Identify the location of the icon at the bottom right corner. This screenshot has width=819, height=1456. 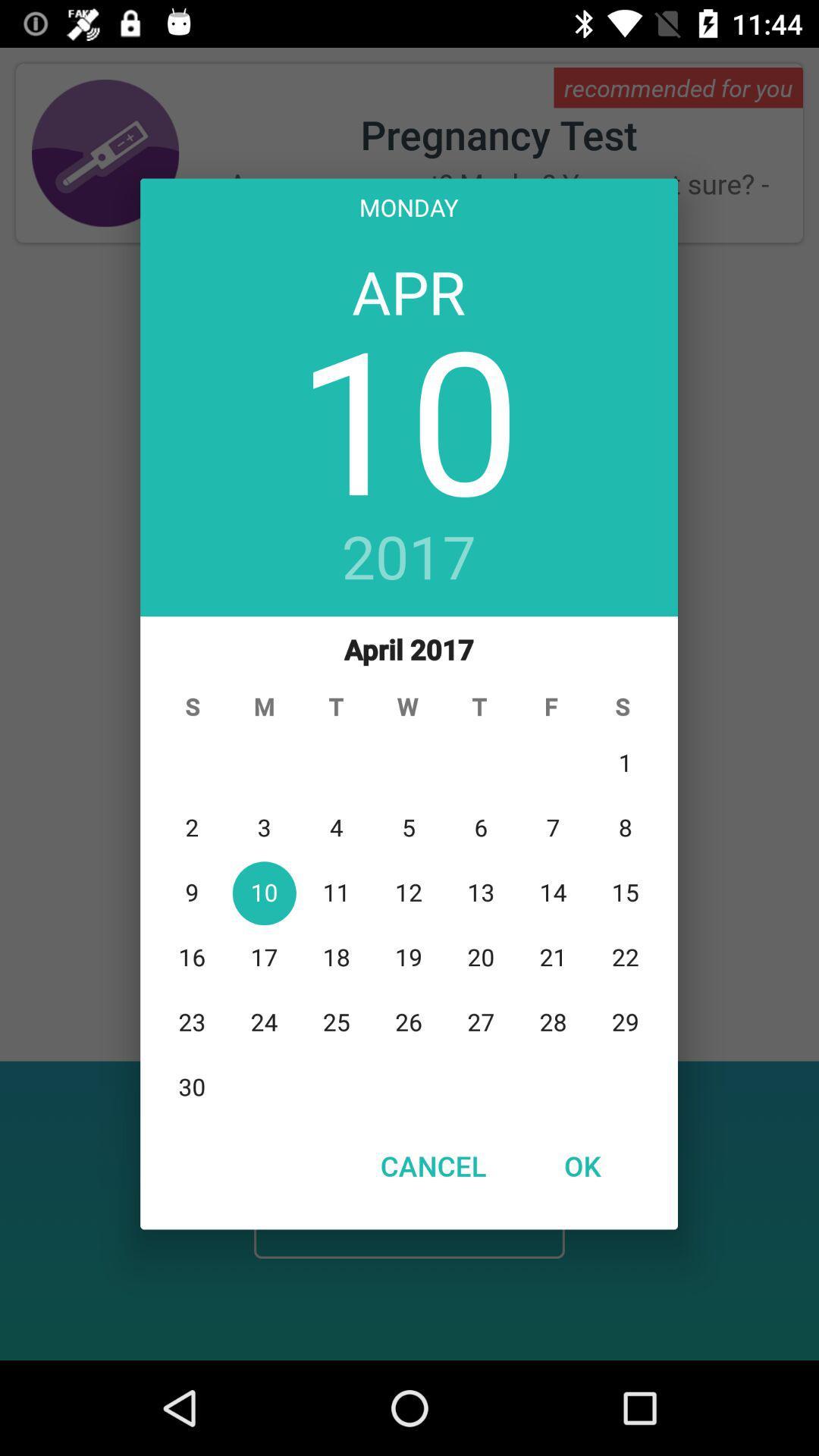
(581, 1165).